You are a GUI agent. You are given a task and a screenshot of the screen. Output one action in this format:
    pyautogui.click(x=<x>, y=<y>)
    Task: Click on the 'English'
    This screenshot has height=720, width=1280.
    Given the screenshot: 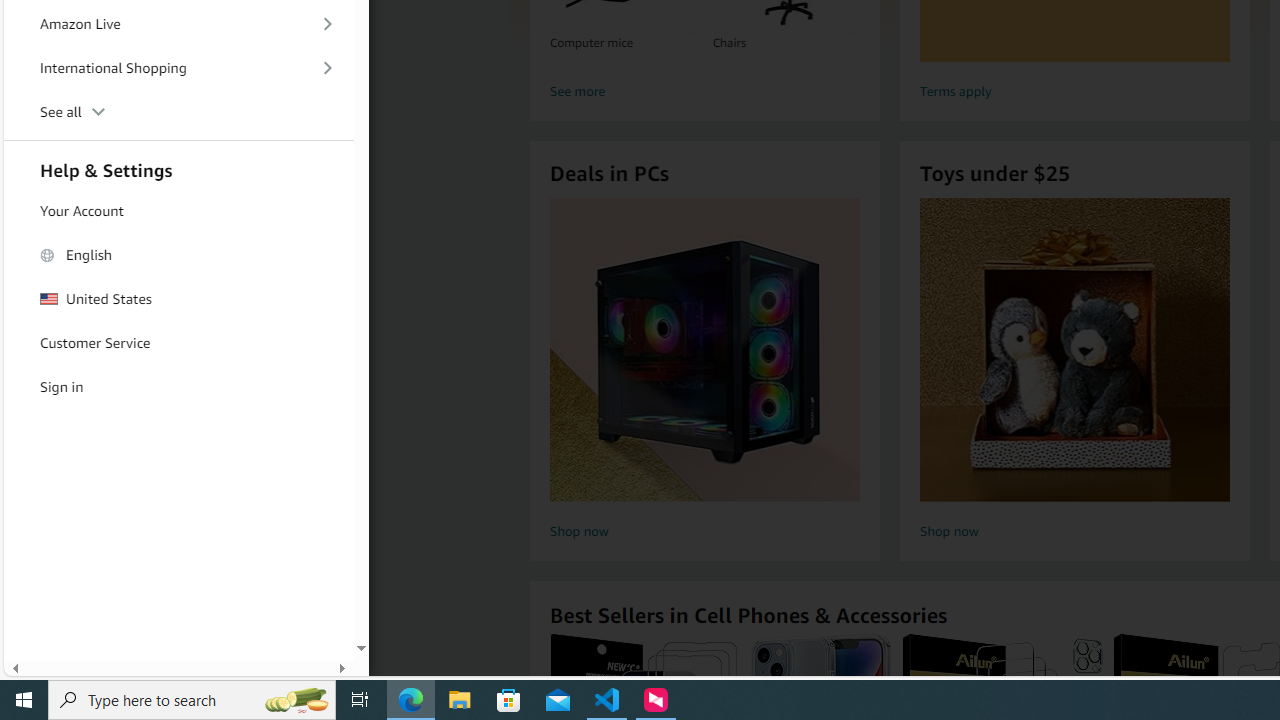 What is the action you would take?
    pyautogui.click(x=179, y=253)
    